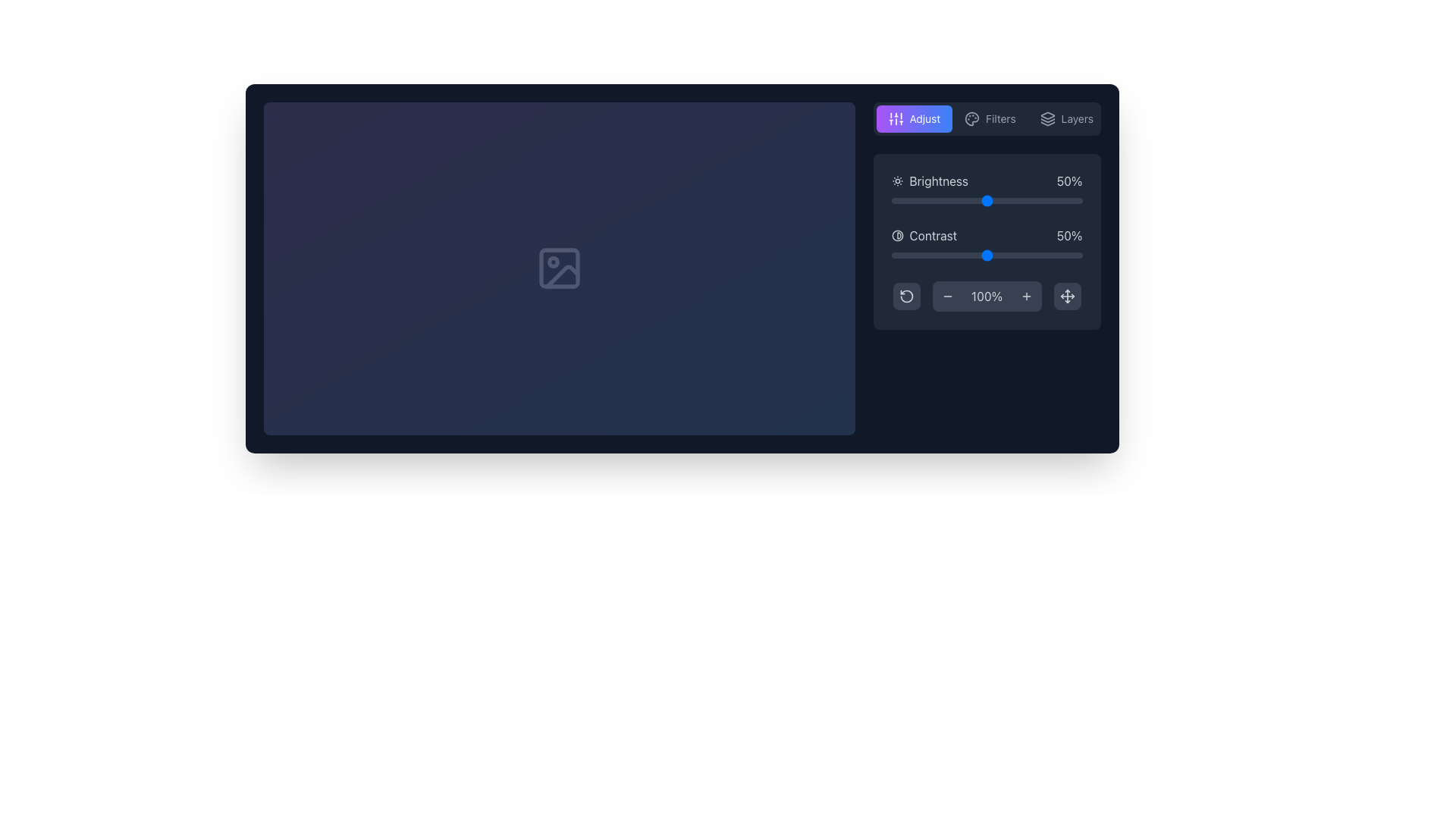 This screenshot has height=819, width=1456. I want to click on the circular reset icon button, which depicts a counter-clockwise rotation arrow, so click(906, 296).